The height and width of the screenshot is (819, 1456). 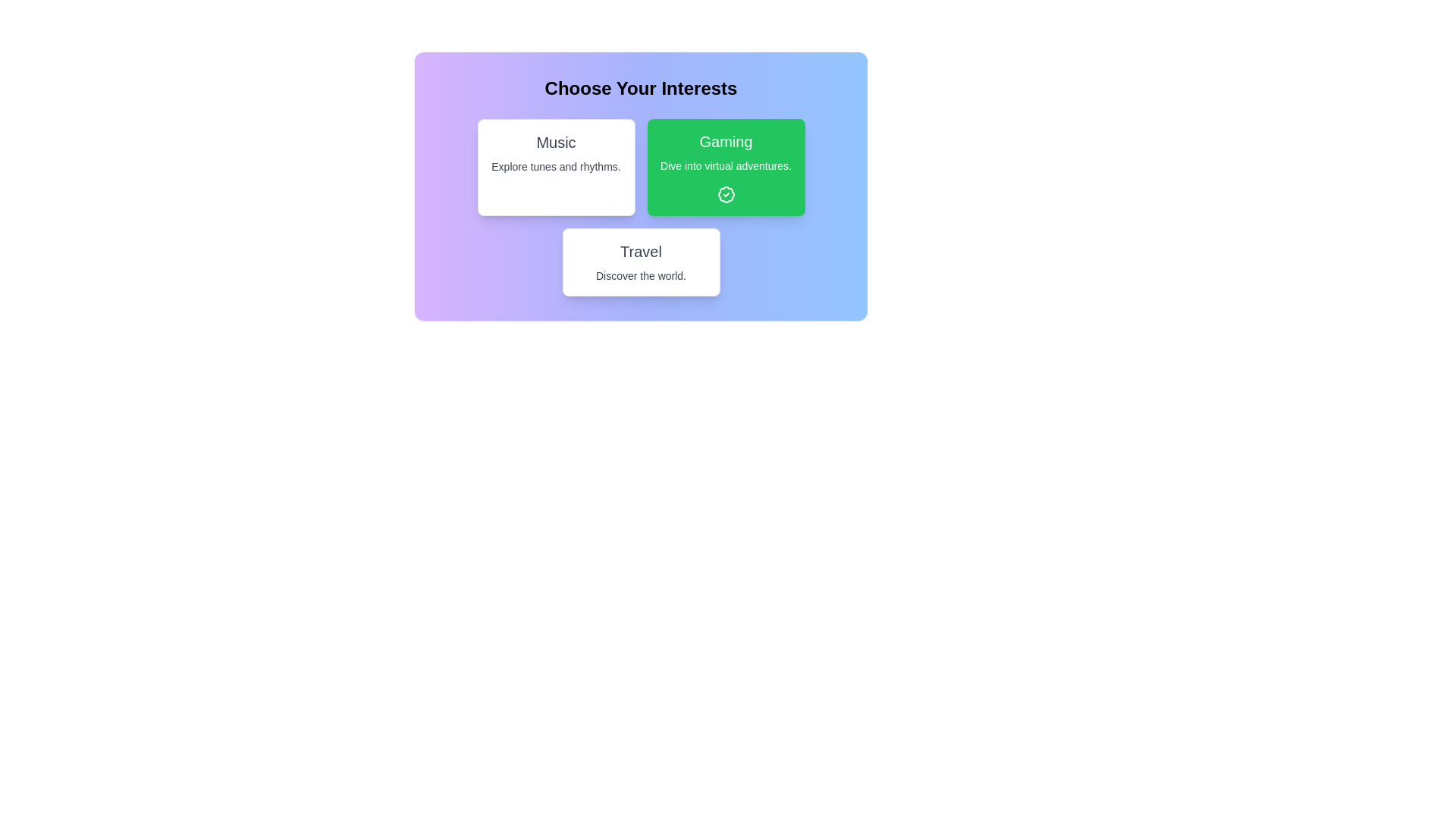 I want to click on the interest card labeled Music, so click(x=555, y=167).